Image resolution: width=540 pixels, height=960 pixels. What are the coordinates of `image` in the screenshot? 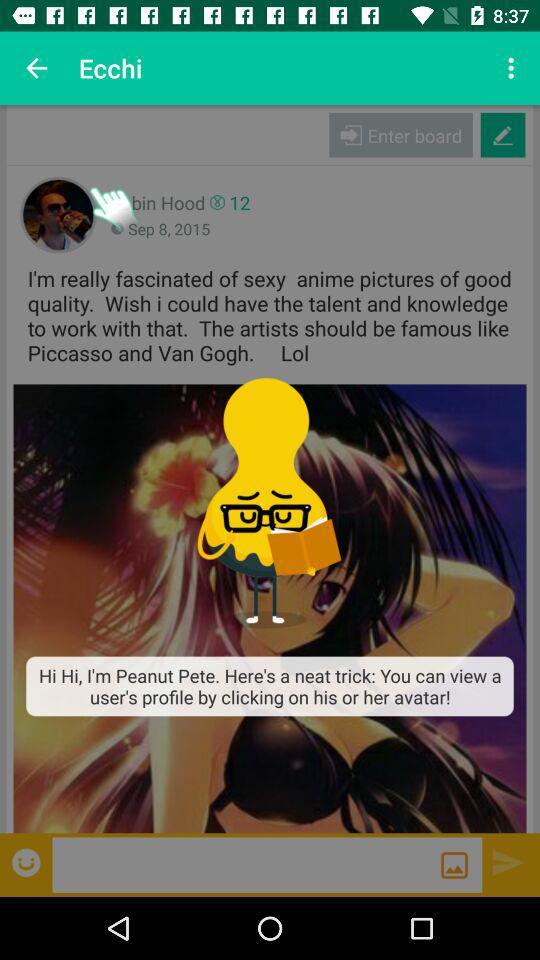 It's located at (454, 864).